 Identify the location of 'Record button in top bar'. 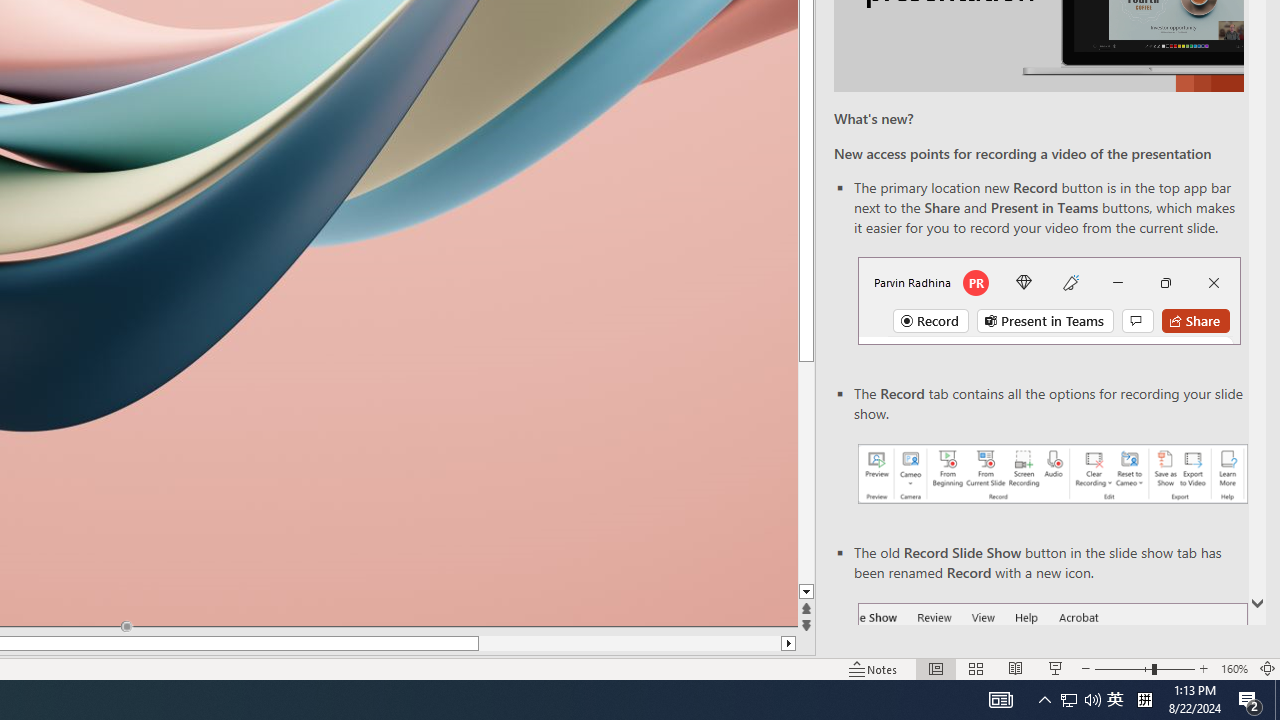
(1048, 300).